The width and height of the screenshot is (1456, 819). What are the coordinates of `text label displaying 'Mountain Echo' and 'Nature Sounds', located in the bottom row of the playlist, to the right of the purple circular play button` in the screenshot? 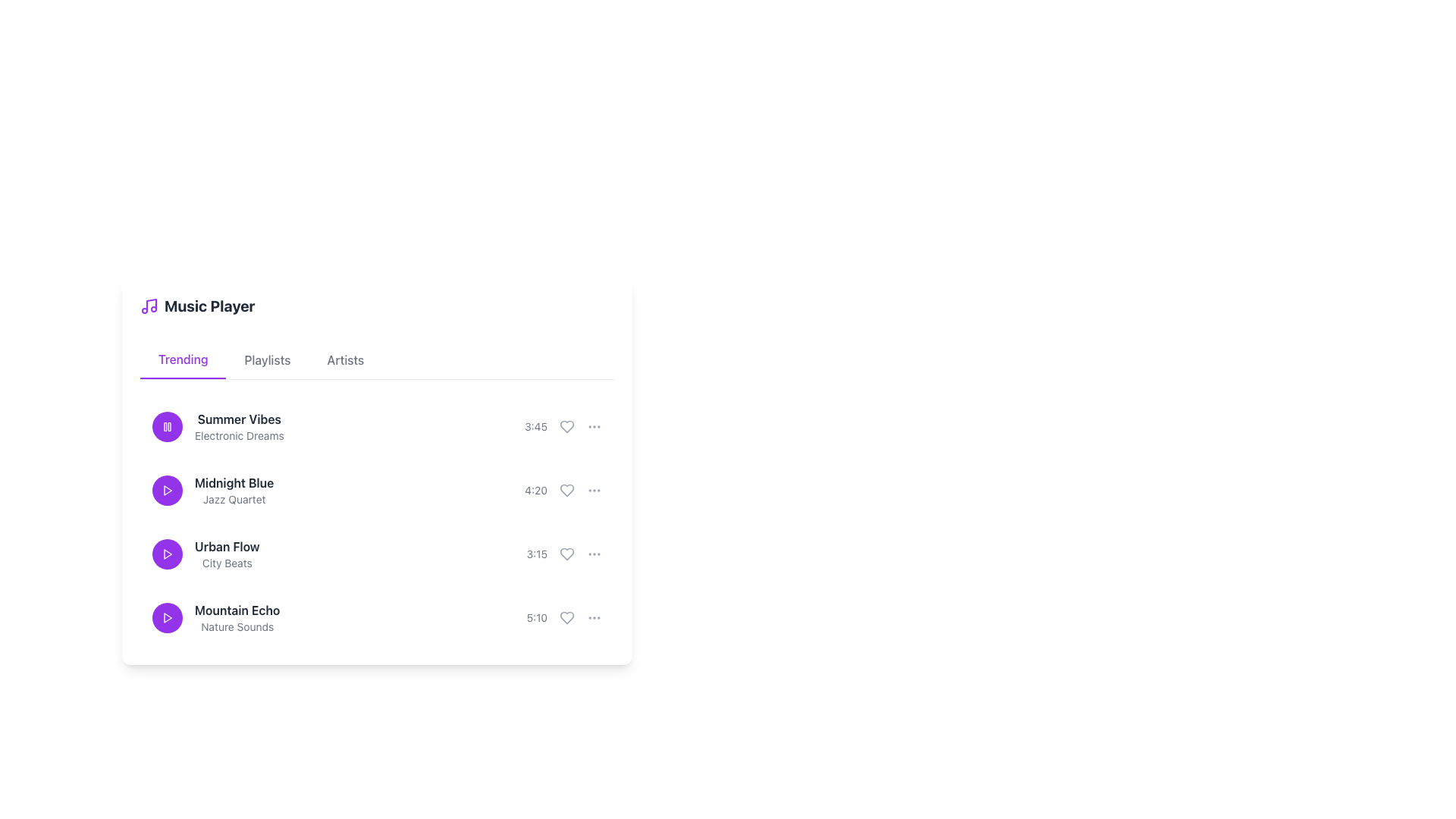 It's located at (237, 617).